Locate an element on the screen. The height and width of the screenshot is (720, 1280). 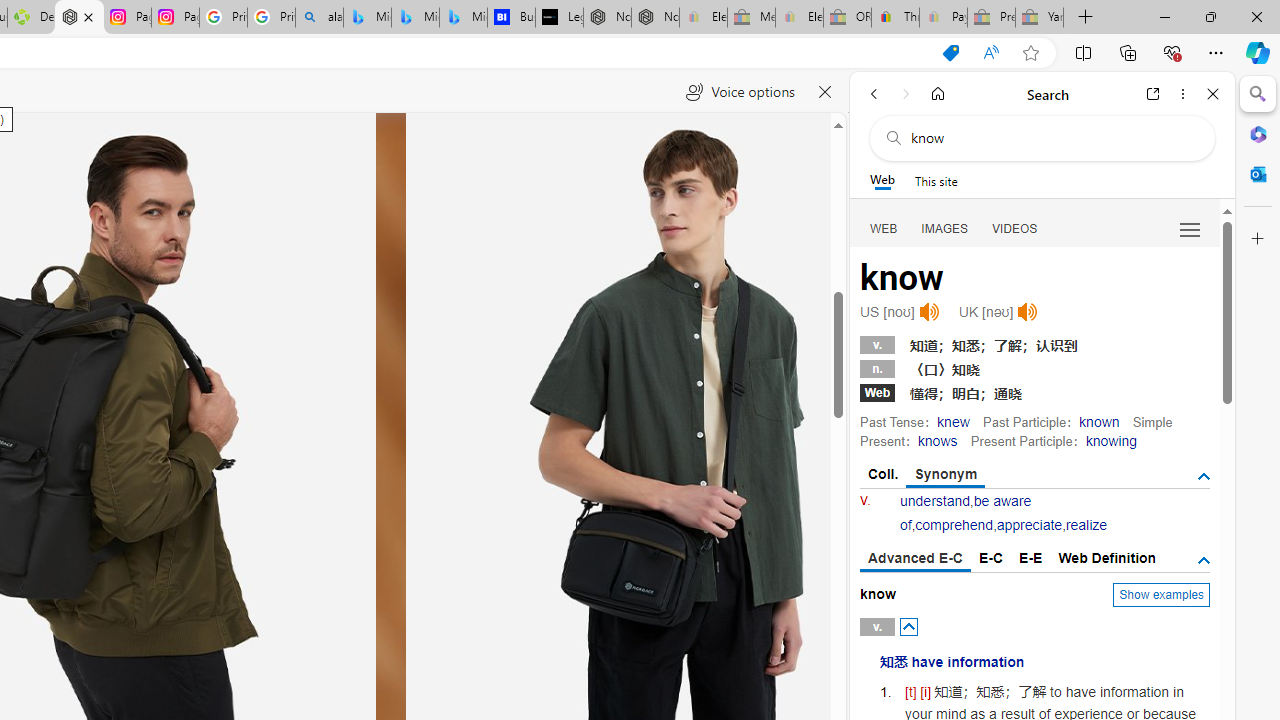
'Search Filter, VIDEOS' is located at coordinates (1015, 227).